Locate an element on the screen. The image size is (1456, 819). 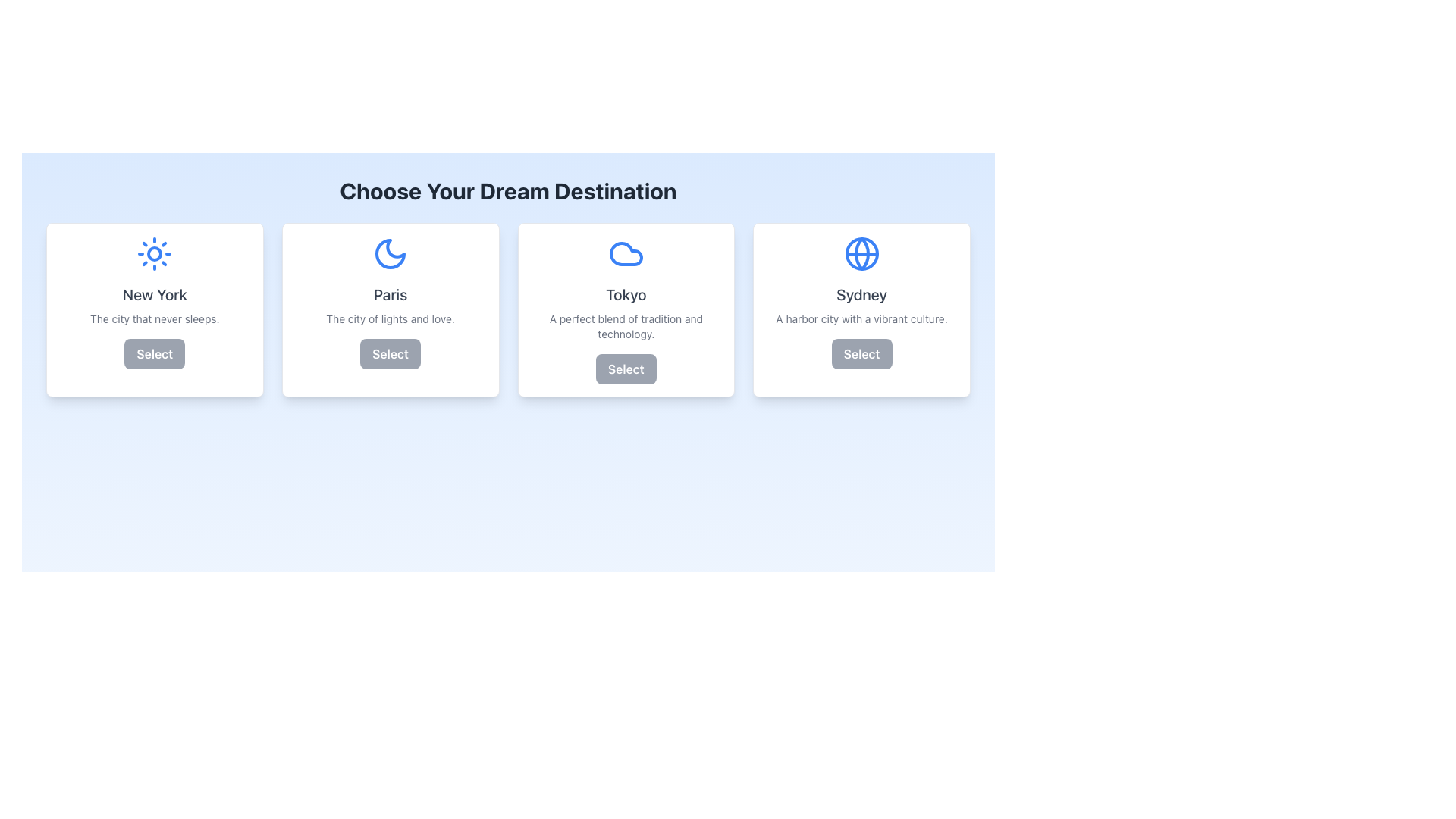
the 'Select' button with a gray background located at the bottom of the 'Sydney' card is located at coordinates (861, 353).